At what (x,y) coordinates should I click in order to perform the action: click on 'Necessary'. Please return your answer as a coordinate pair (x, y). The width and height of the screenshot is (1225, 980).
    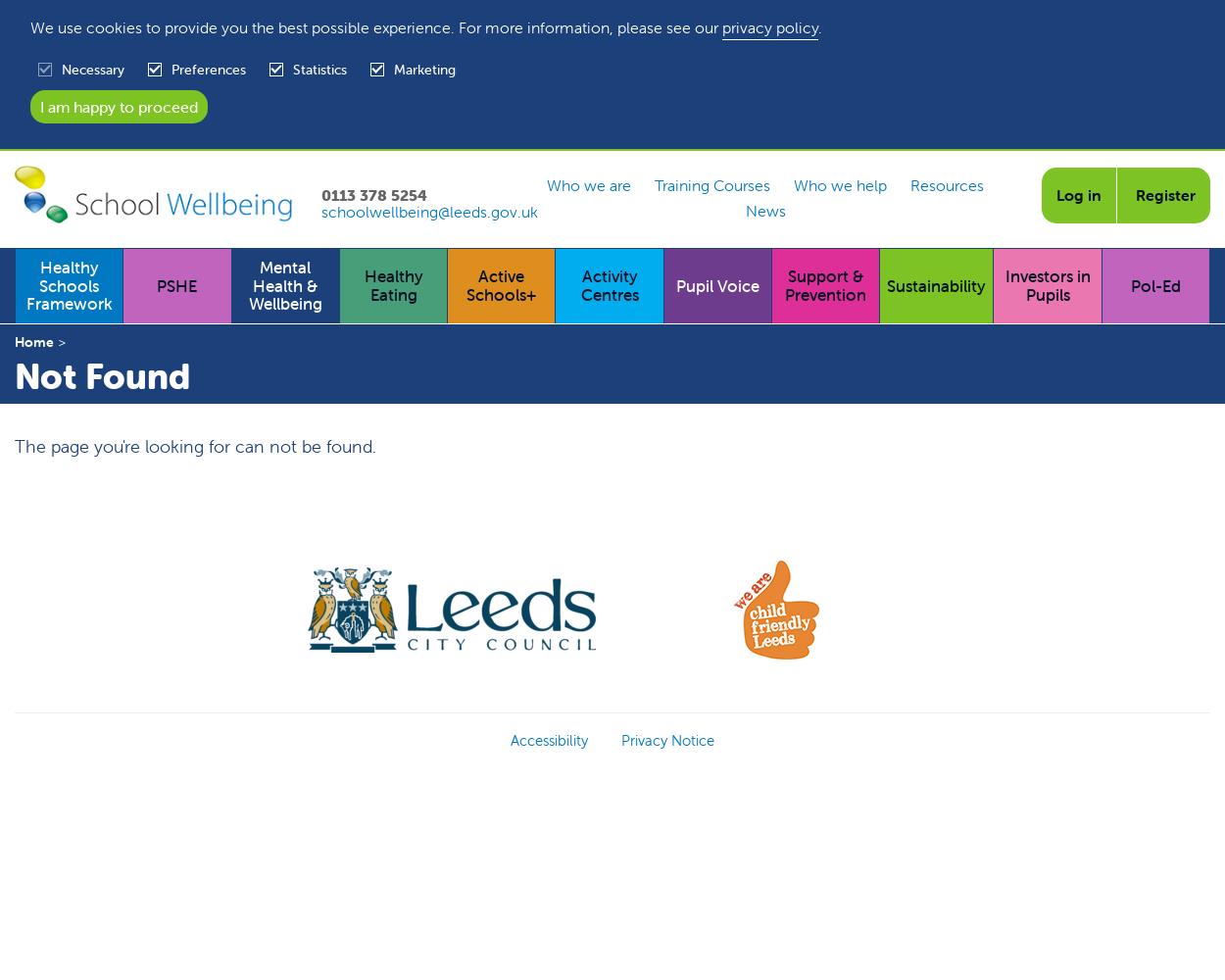
    Looking at the image, I should click on (92, 68).